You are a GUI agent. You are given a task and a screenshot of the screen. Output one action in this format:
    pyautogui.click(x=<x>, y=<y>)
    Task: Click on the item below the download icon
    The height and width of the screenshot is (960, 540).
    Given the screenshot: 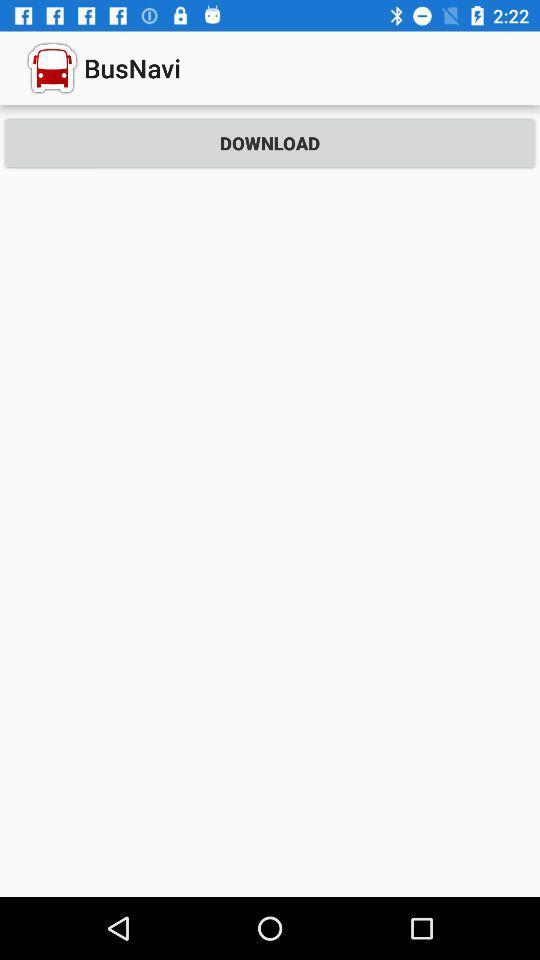 What is the action you would take?
    pyautogui.click(x=270, y=534)
    